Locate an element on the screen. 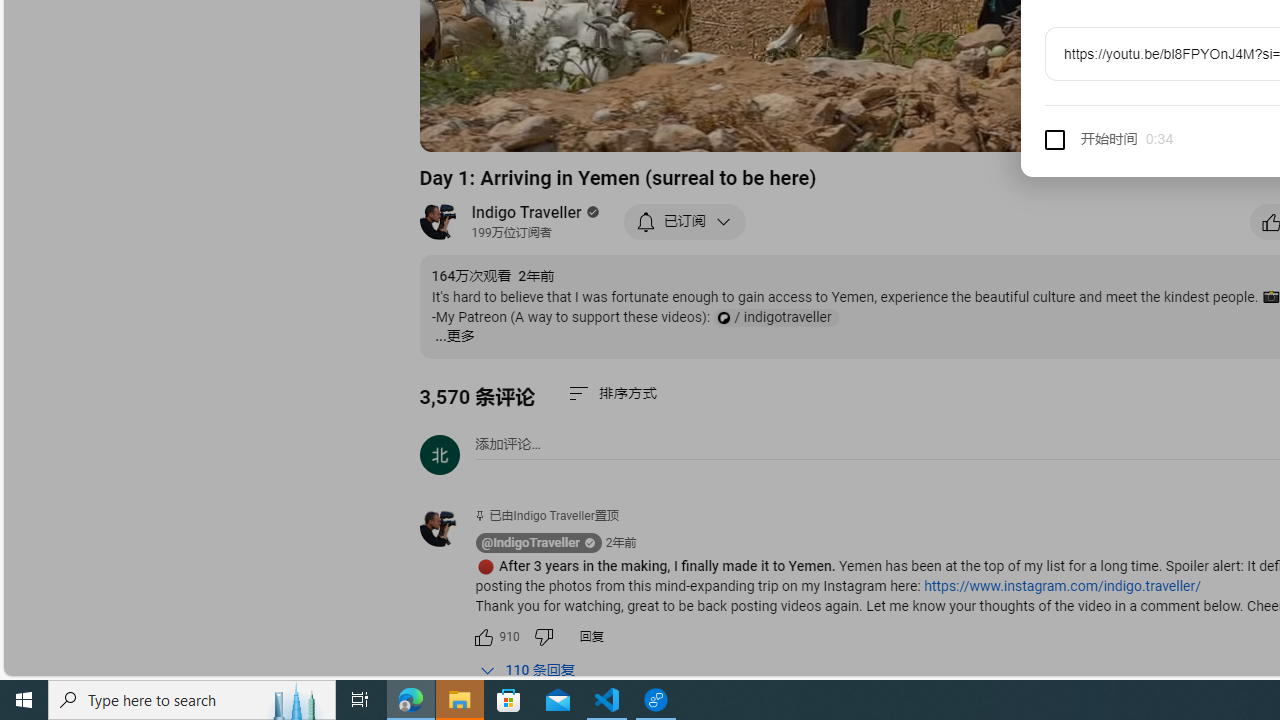 The image size is (1280, 720). 'AutomationID: simplebox-placeholder' is located at coordinates (508, 443).